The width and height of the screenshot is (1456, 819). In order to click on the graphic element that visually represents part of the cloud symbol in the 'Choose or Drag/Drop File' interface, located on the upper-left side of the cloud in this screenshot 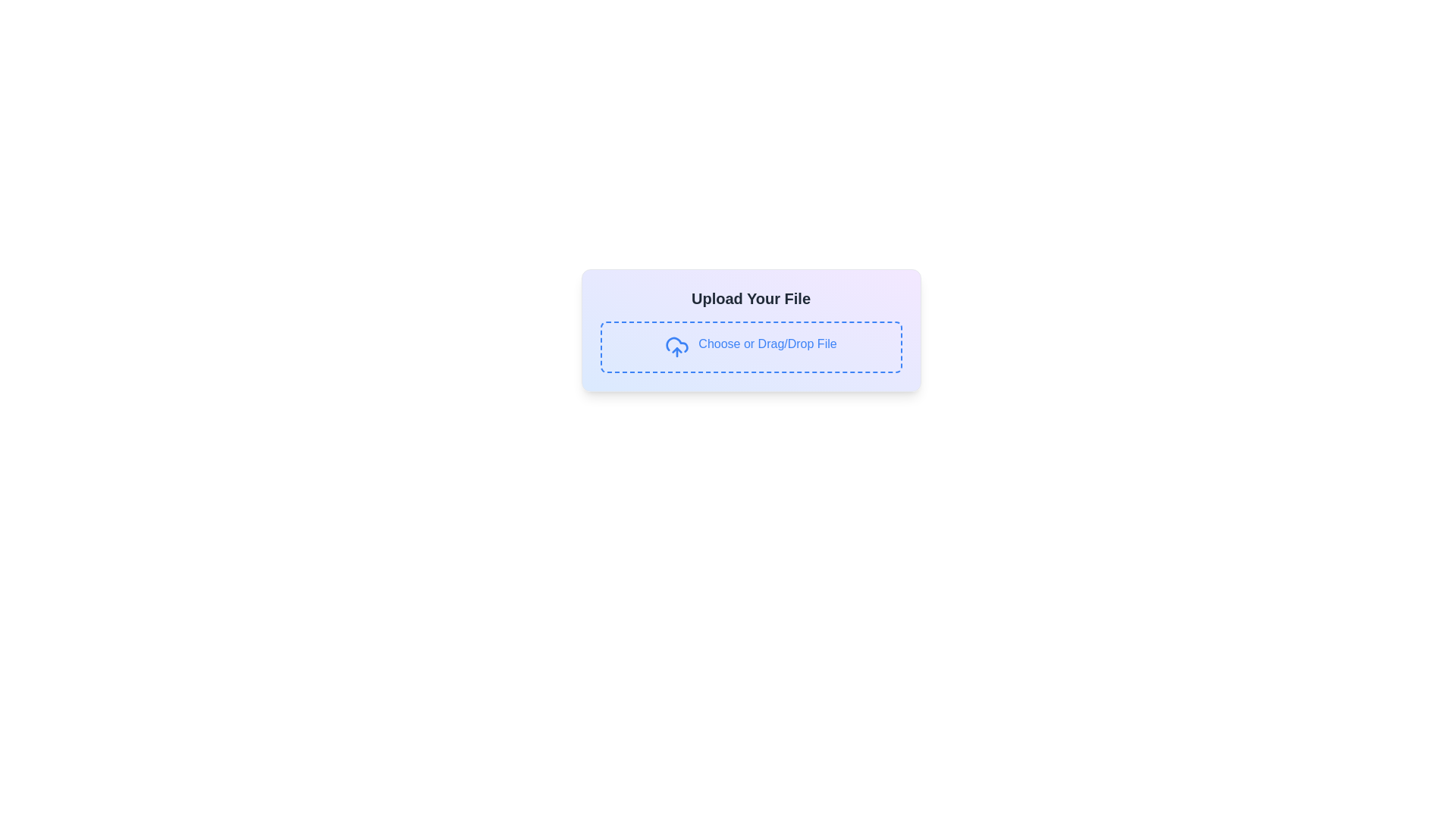, I will do `click(676, 344)`.